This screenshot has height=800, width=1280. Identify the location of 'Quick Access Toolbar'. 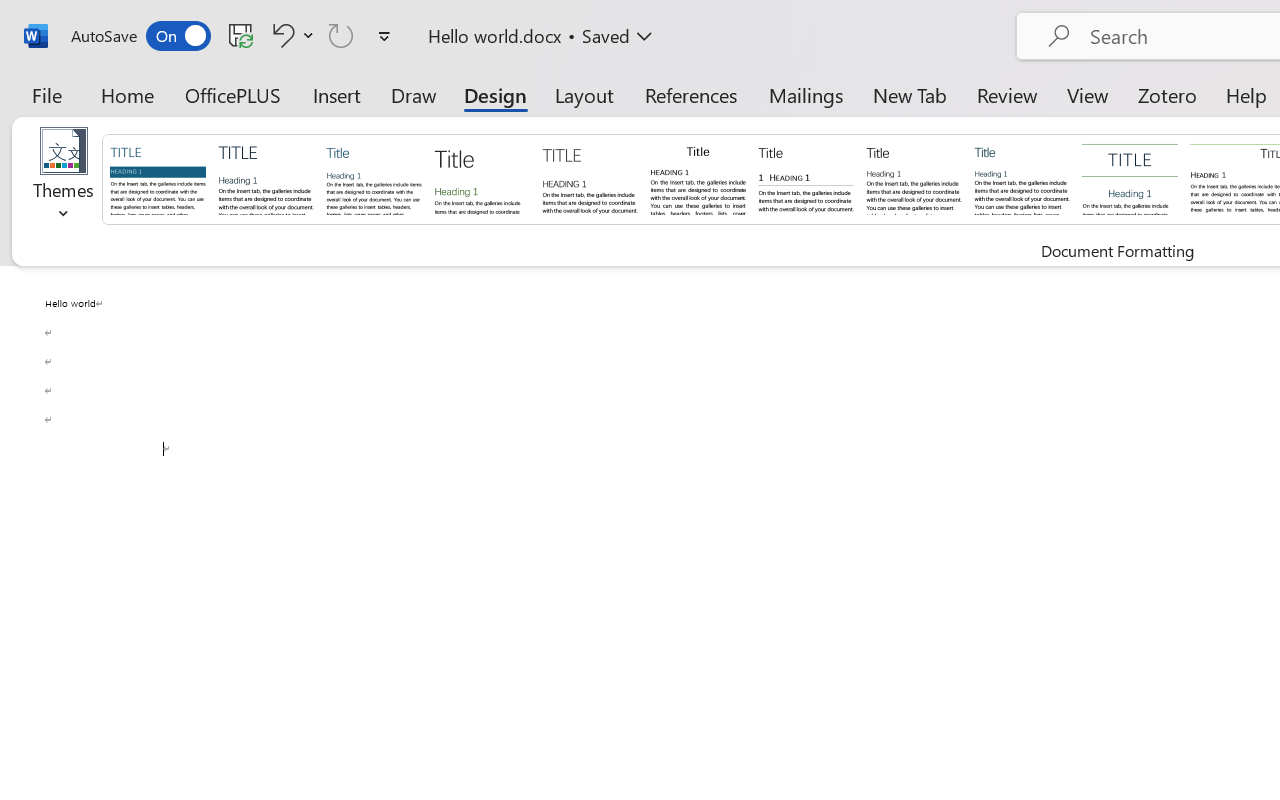
(234, 35).